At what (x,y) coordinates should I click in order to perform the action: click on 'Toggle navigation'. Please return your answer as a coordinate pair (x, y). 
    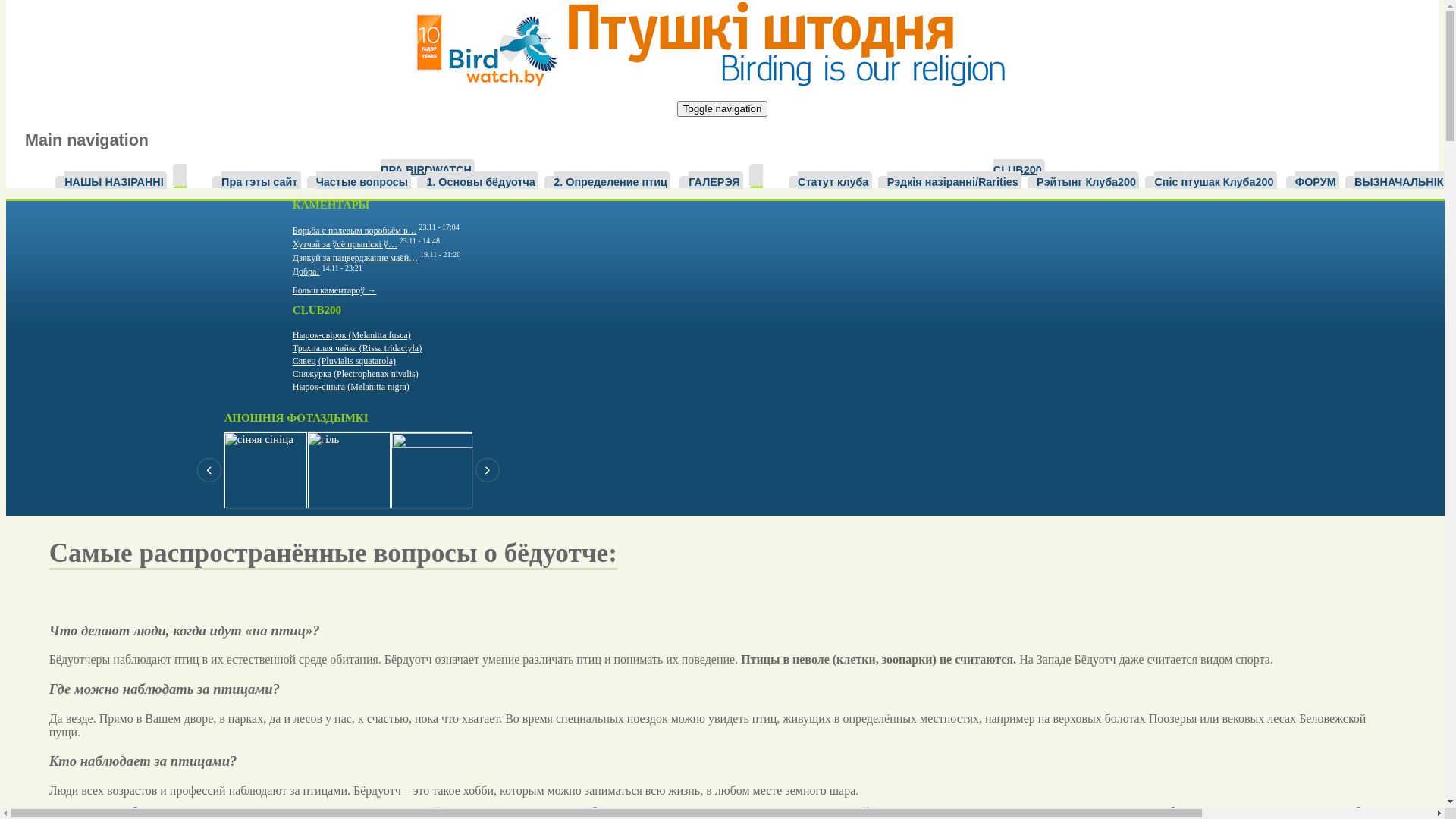
    Looking at the image, I should click on (722, 108).